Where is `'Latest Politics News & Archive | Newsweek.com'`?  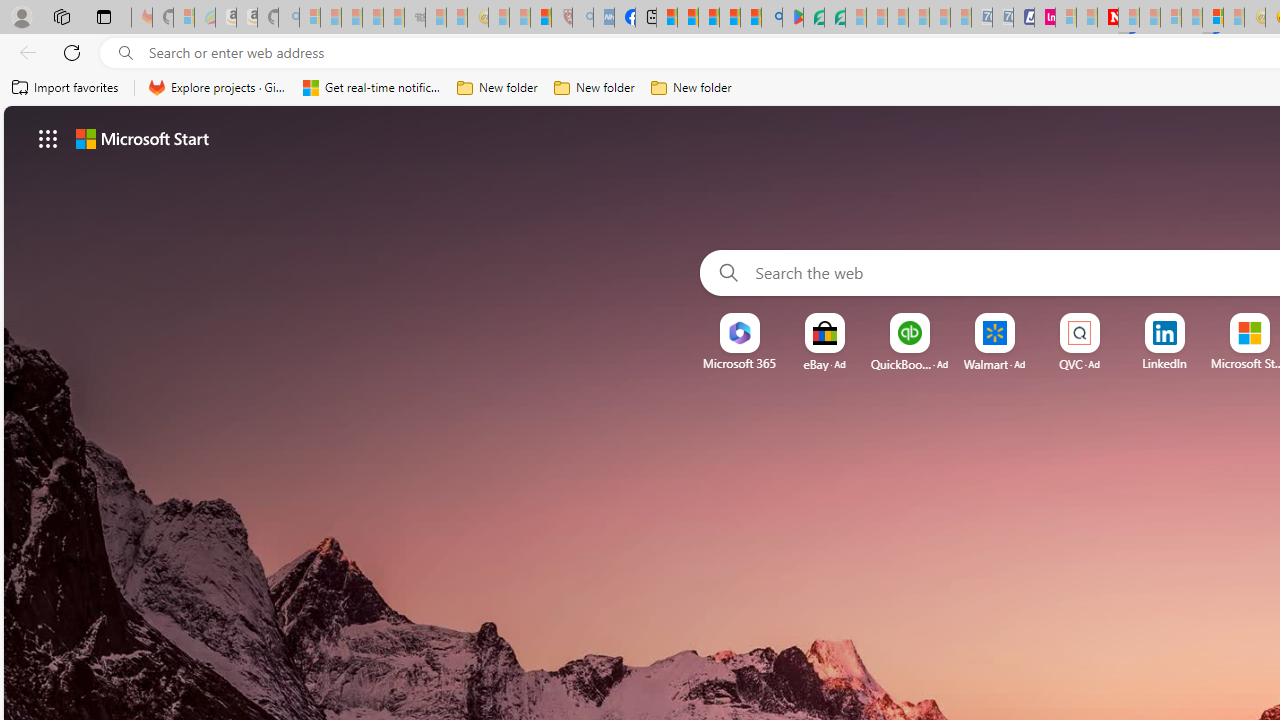
'Latest Politics News & Archive | Newsweek.com' is located at coordinates (1106, 17).